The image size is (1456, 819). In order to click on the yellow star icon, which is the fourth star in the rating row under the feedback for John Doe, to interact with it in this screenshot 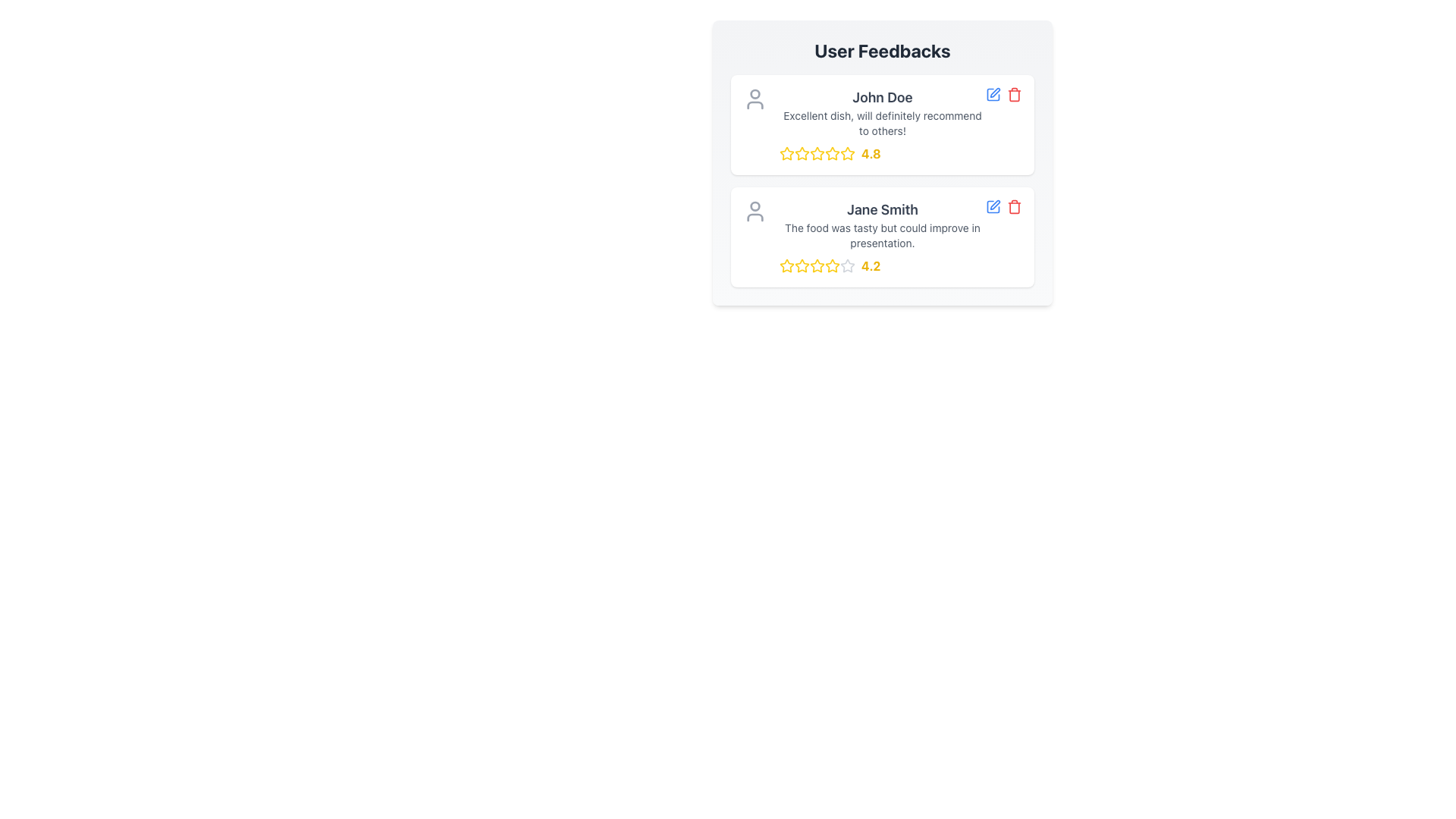, I will do `click(846, 152)`.